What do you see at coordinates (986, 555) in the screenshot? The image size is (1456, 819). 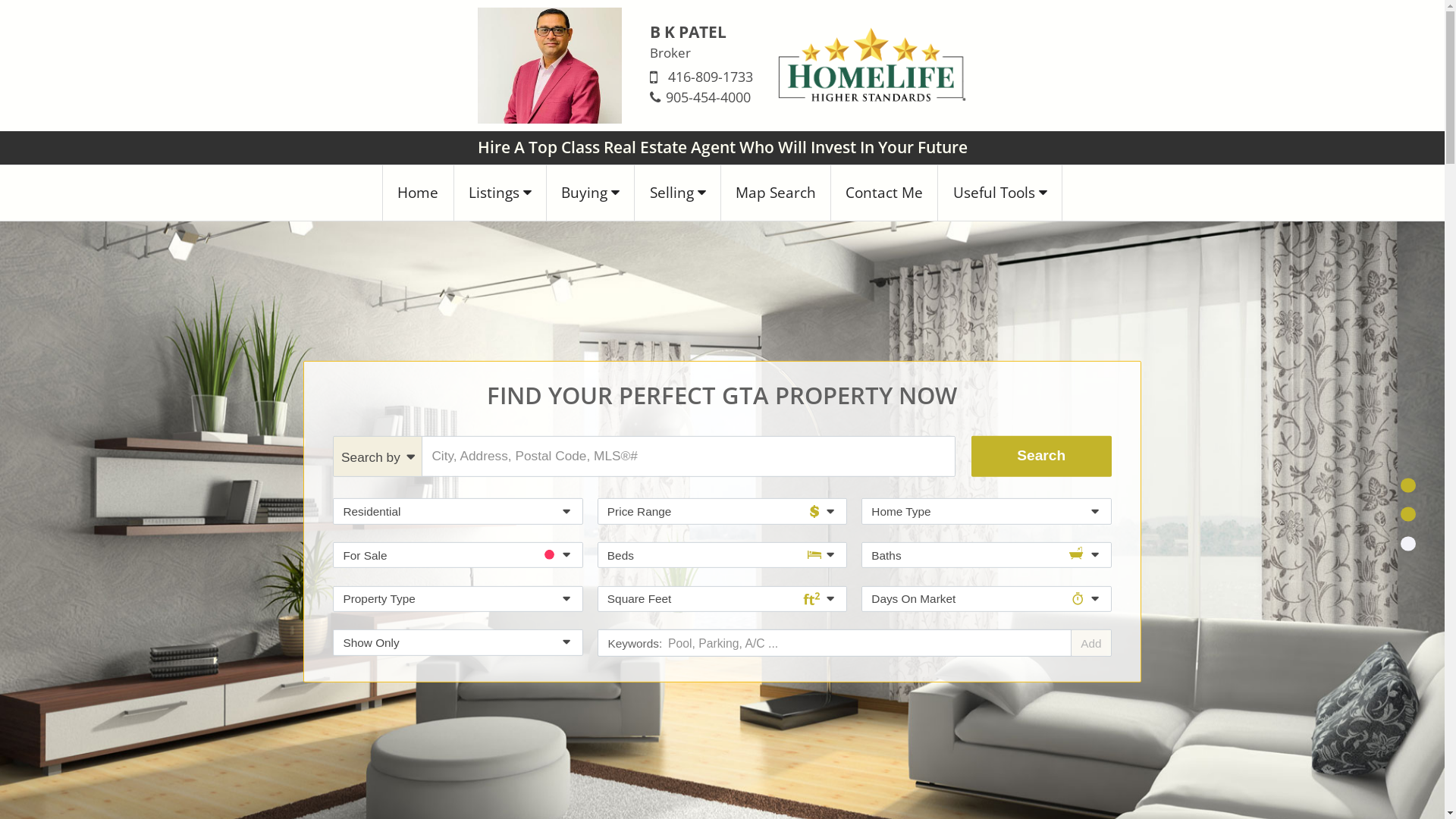 I see `'Baths'` at bounding box center [986, 555].